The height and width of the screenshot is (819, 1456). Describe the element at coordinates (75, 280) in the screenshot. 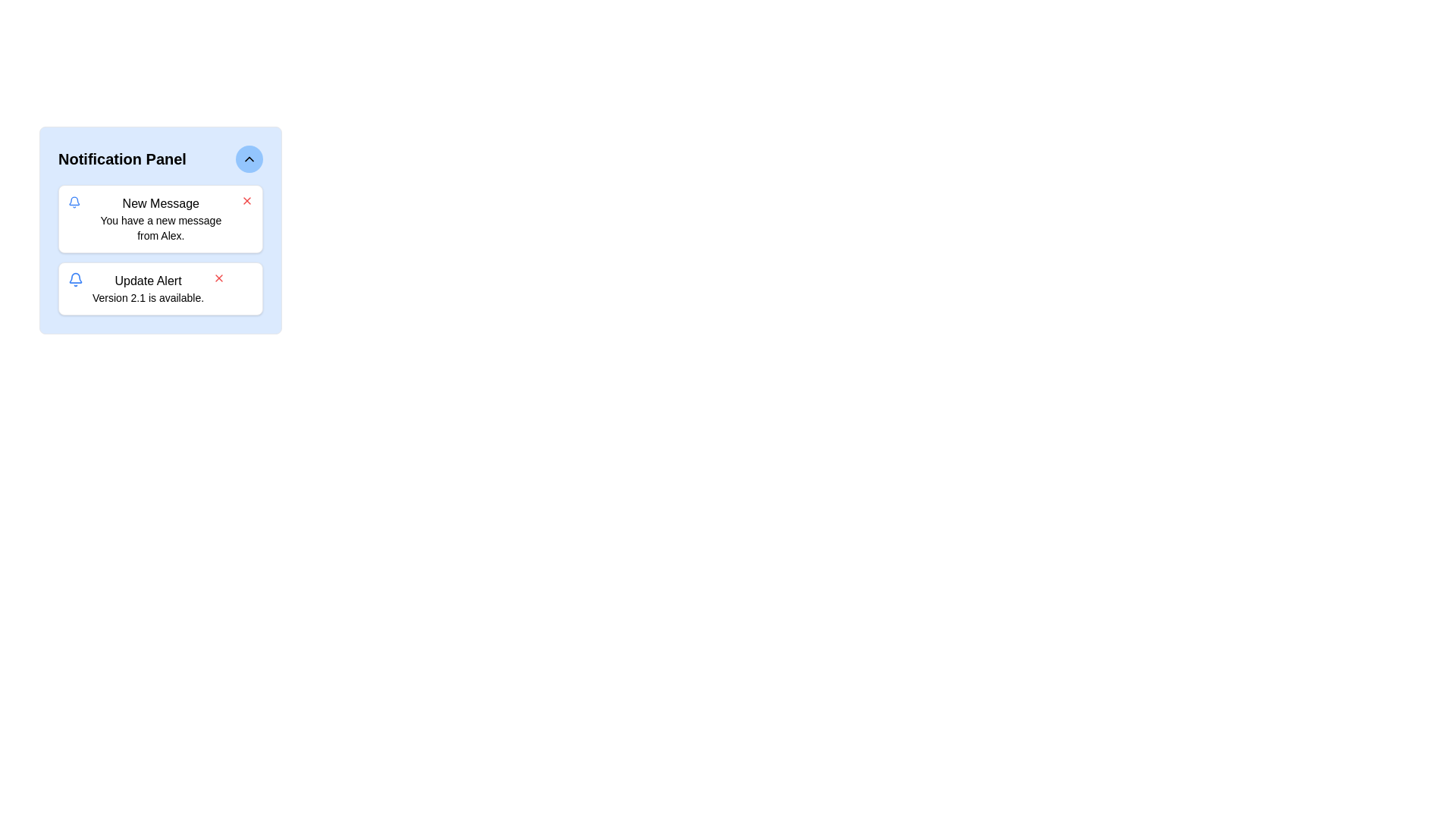

I see `the bell icon that serves as a notification indicator for updates or alerts, located to the left of the 'Update Alert' text` at that location.